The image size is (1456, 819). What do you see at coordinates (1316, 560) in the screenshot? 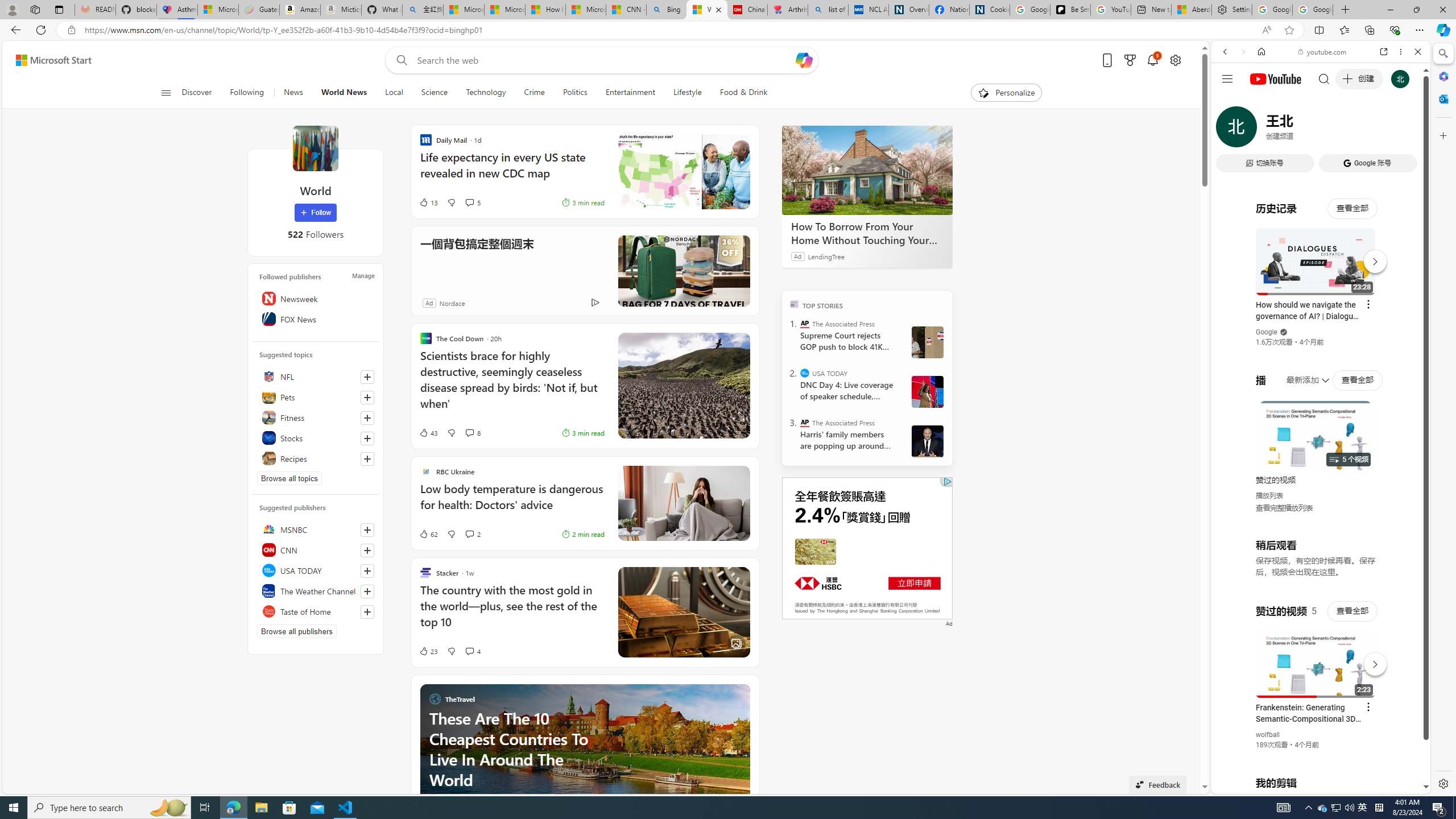
I see `'YouTube - YouTube'` at bounding box center [1316, 560].